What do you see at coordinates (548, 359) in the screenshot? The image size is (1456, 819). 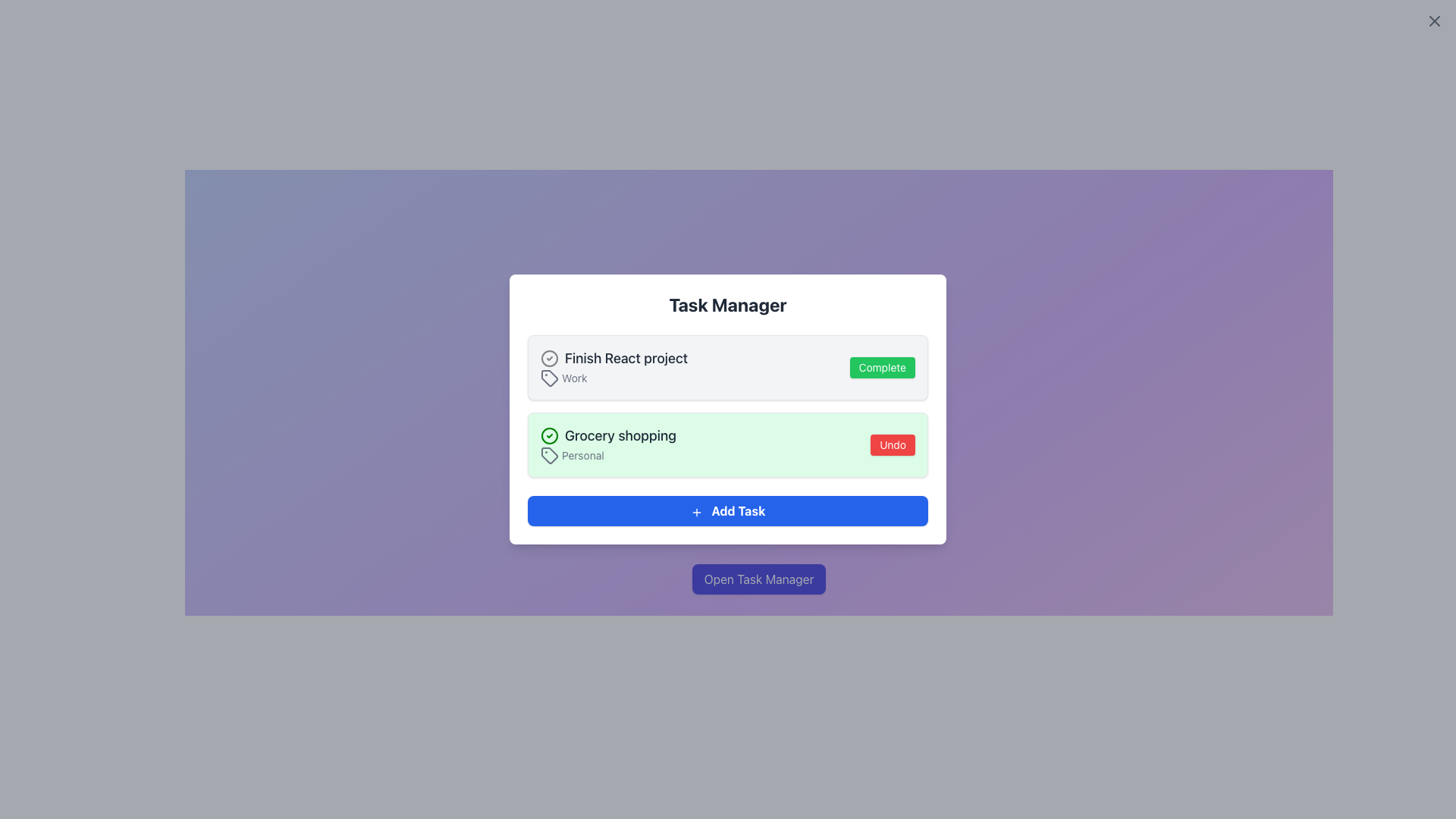 I see `the completion status of the task labeled 'Finish React project' by clicking on the status icon located at the top of the first task in the task list` at bounding box center [548, 359].